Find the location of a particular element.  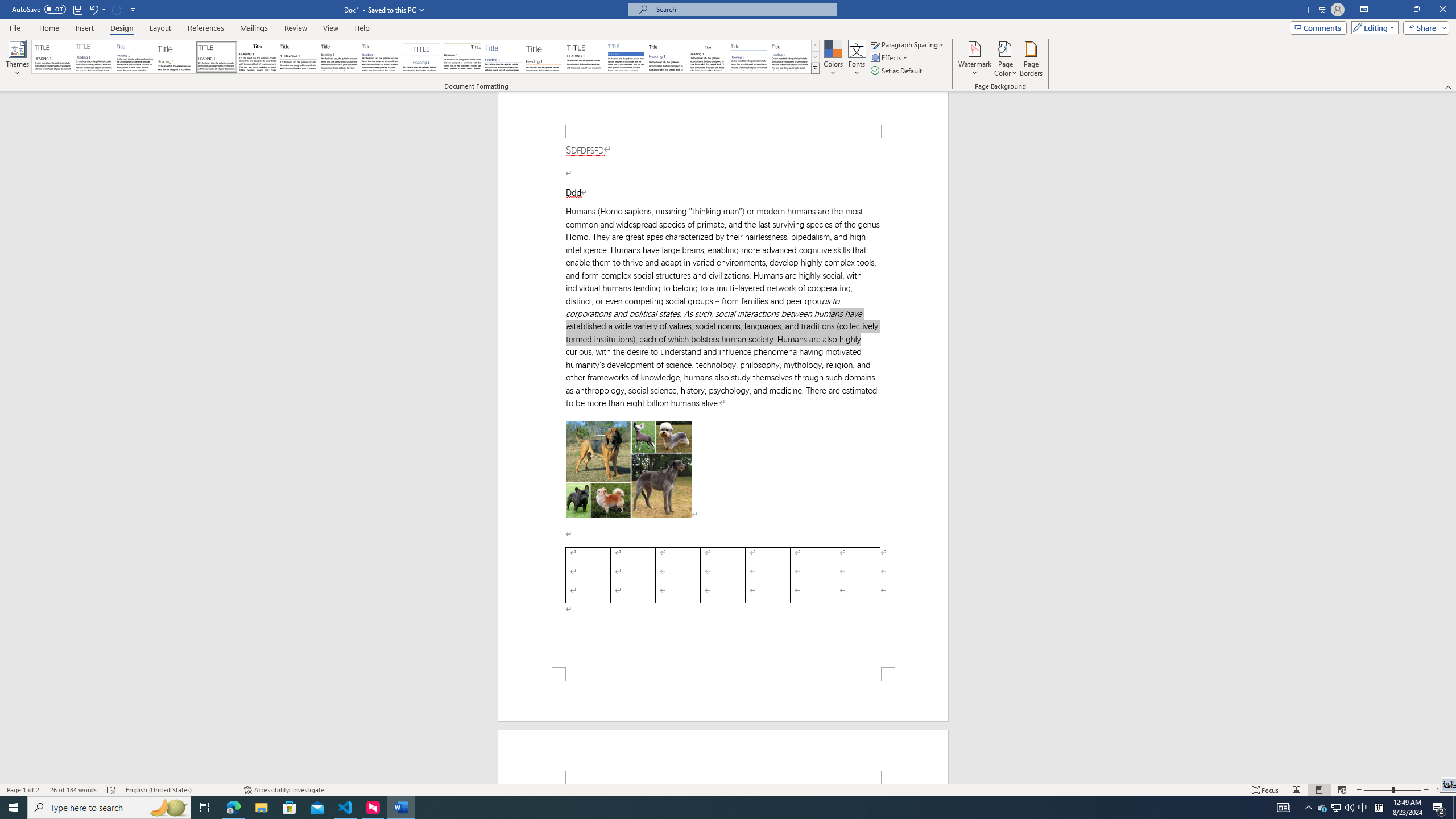

'Casual' is located at coordinates (380, 56).